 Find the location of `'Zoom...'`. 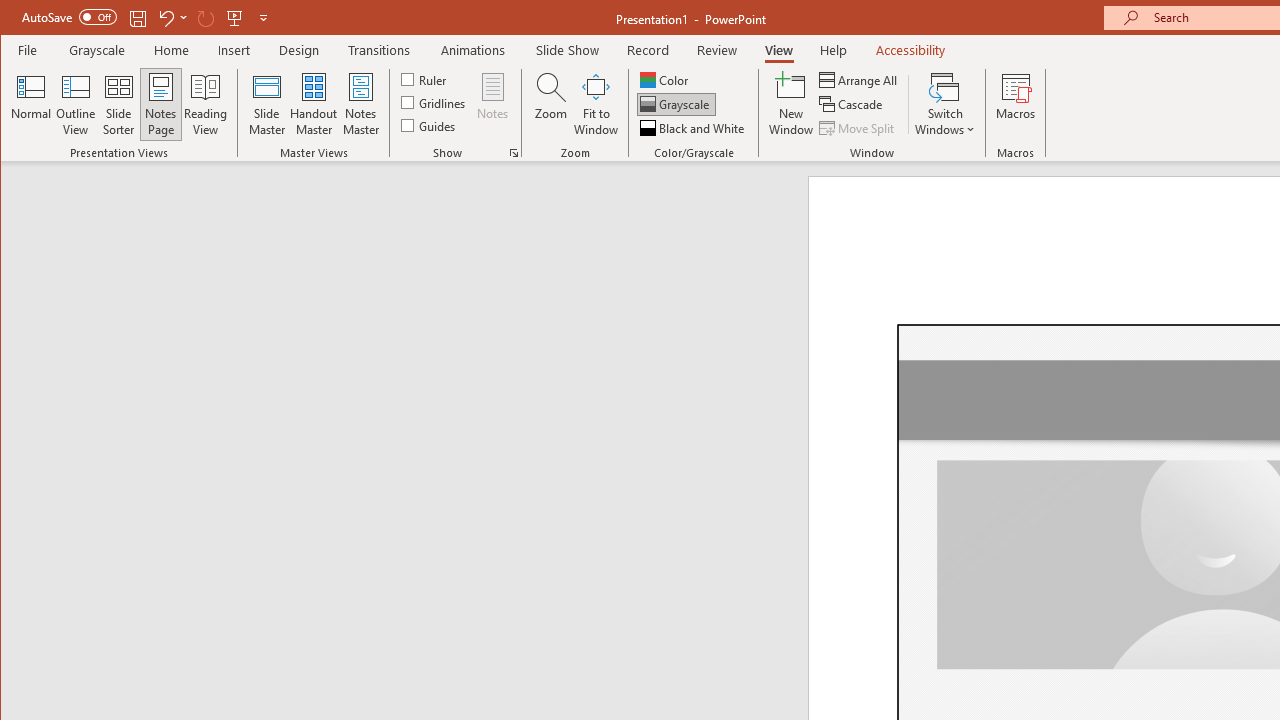

'Zoom...' is located at coordinates (551, 104).